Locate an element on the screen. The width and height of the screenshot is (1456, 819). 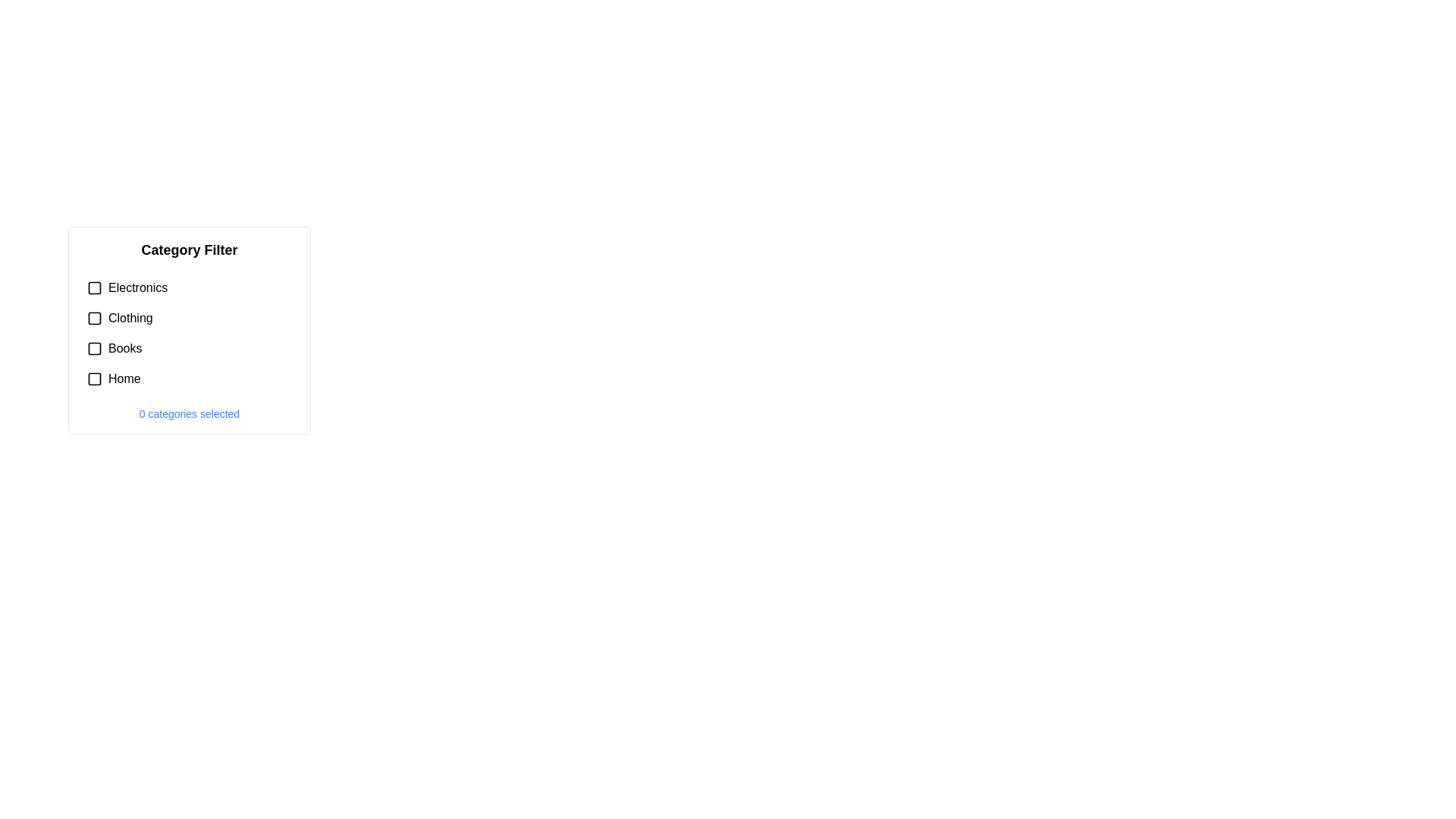
the checkbox for the 'Electronics' category is located at coordinates (188, 288).